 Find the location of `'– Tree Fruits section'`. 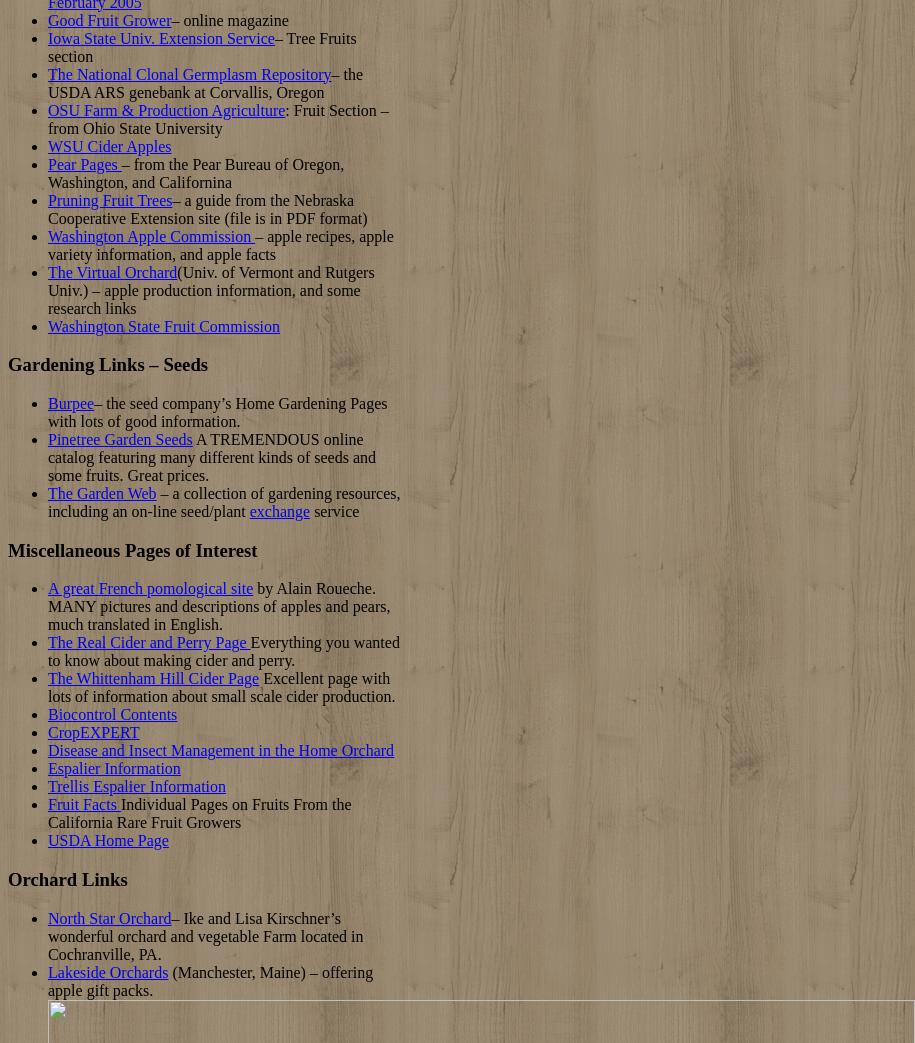

'– Tree Fruits section' is located at coordinates (48, 45).